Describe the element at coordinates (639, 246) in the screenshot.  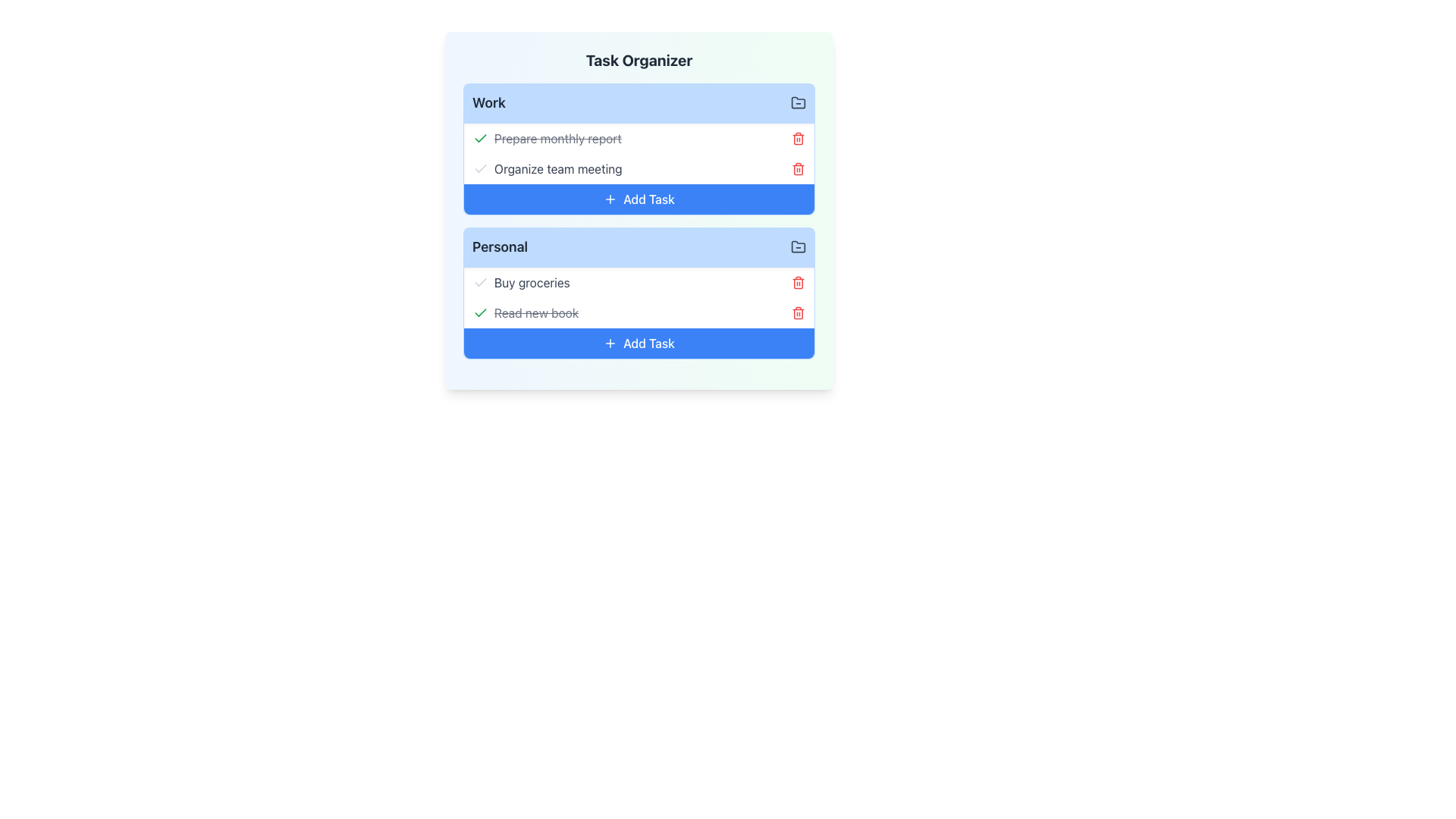
I see `the 'Personal' task category header` at that location.